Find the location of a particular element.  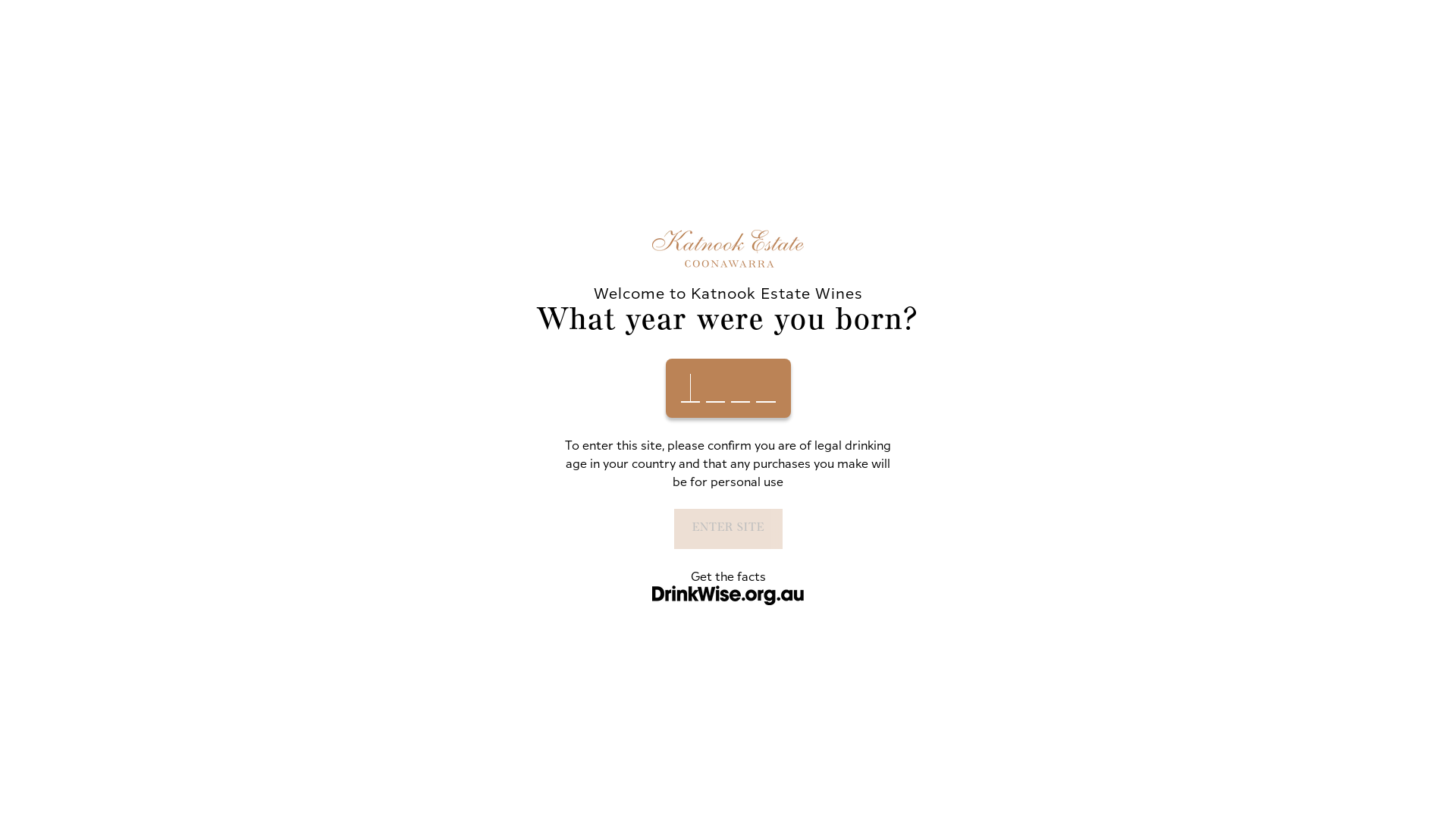

'Shopping Cart' is located at coordinates (1225, 72).